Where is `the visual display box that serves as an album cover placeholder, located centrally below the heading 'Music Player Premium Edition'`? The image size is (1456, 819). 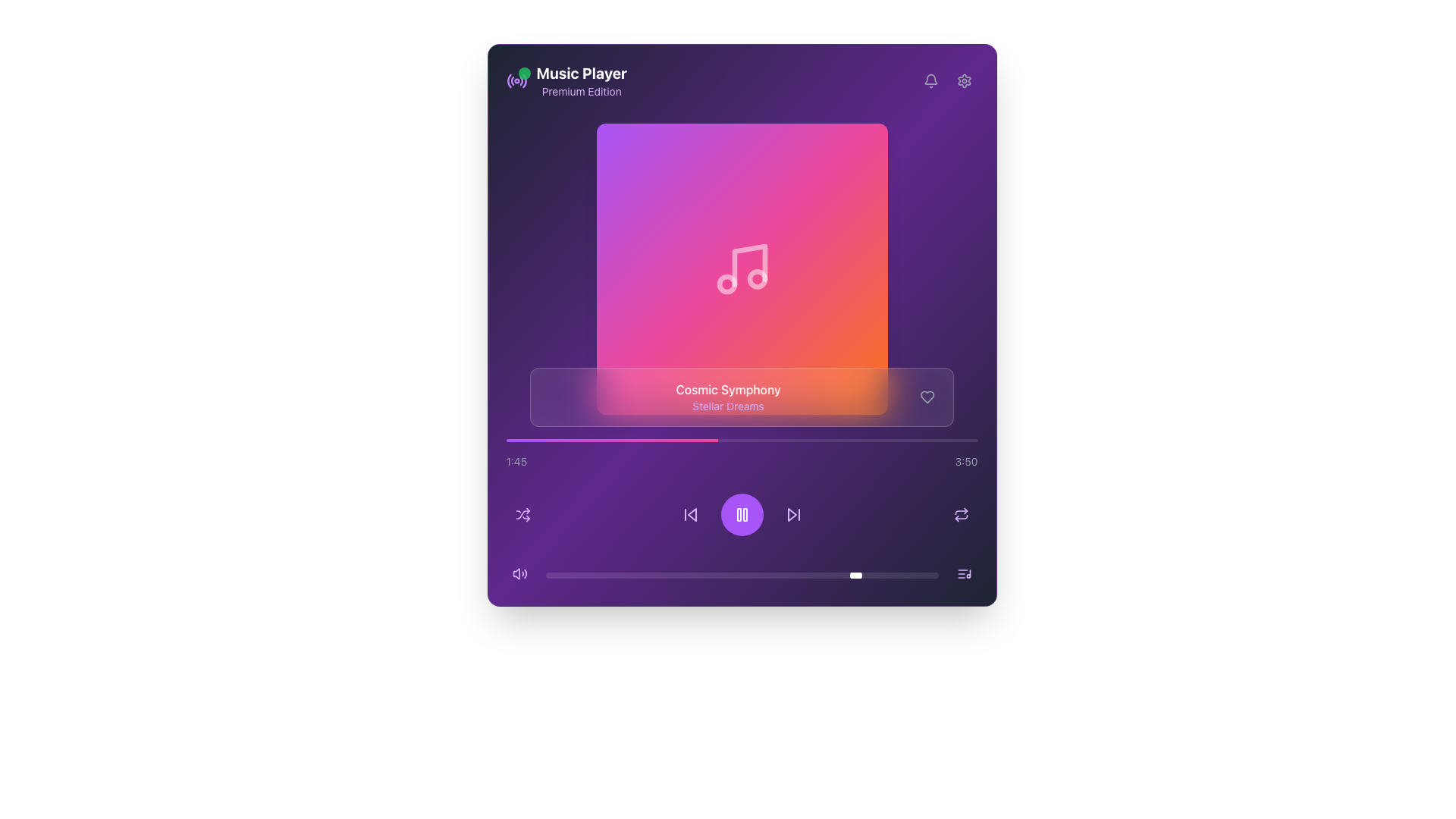
the visual display box that serves as an album cover placeholder, located centrally below the heading 'Music Player Premium Edition' is located at coordinates (742, 268).